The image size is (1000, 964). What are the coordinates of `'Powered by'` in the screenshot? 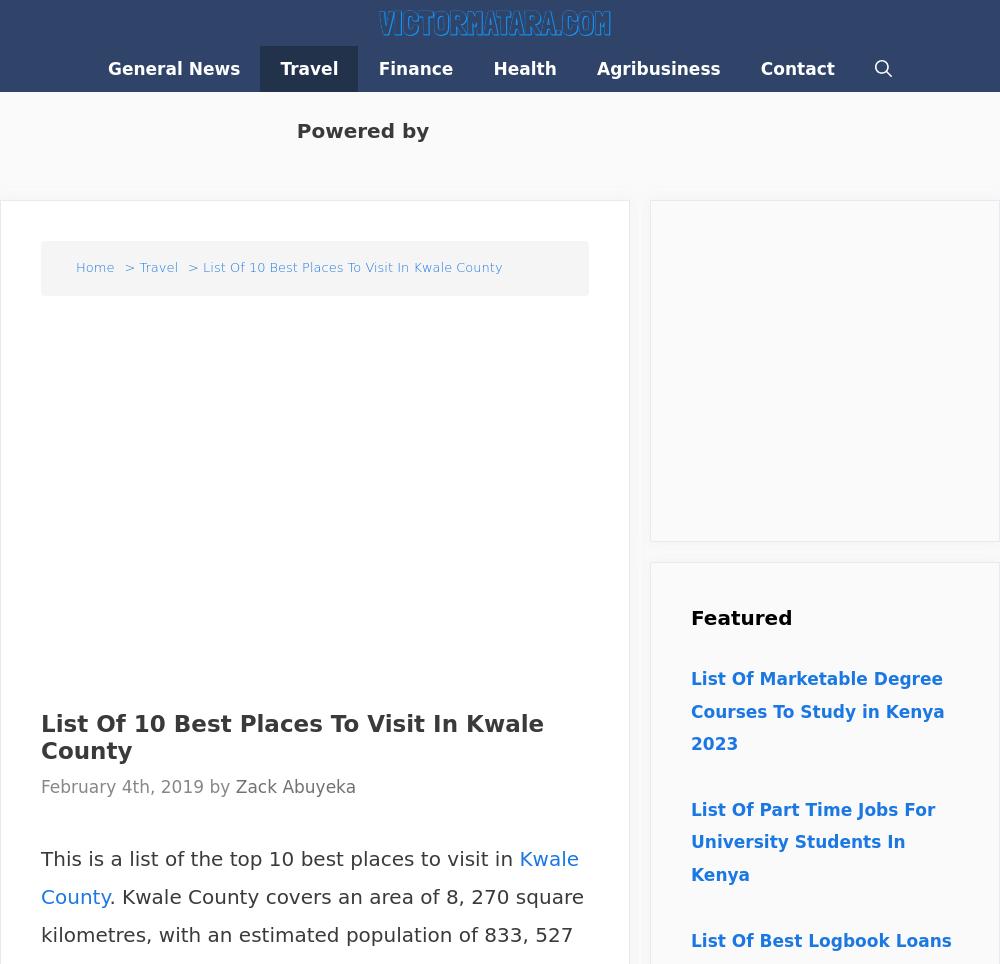 It's located at (358, 131).